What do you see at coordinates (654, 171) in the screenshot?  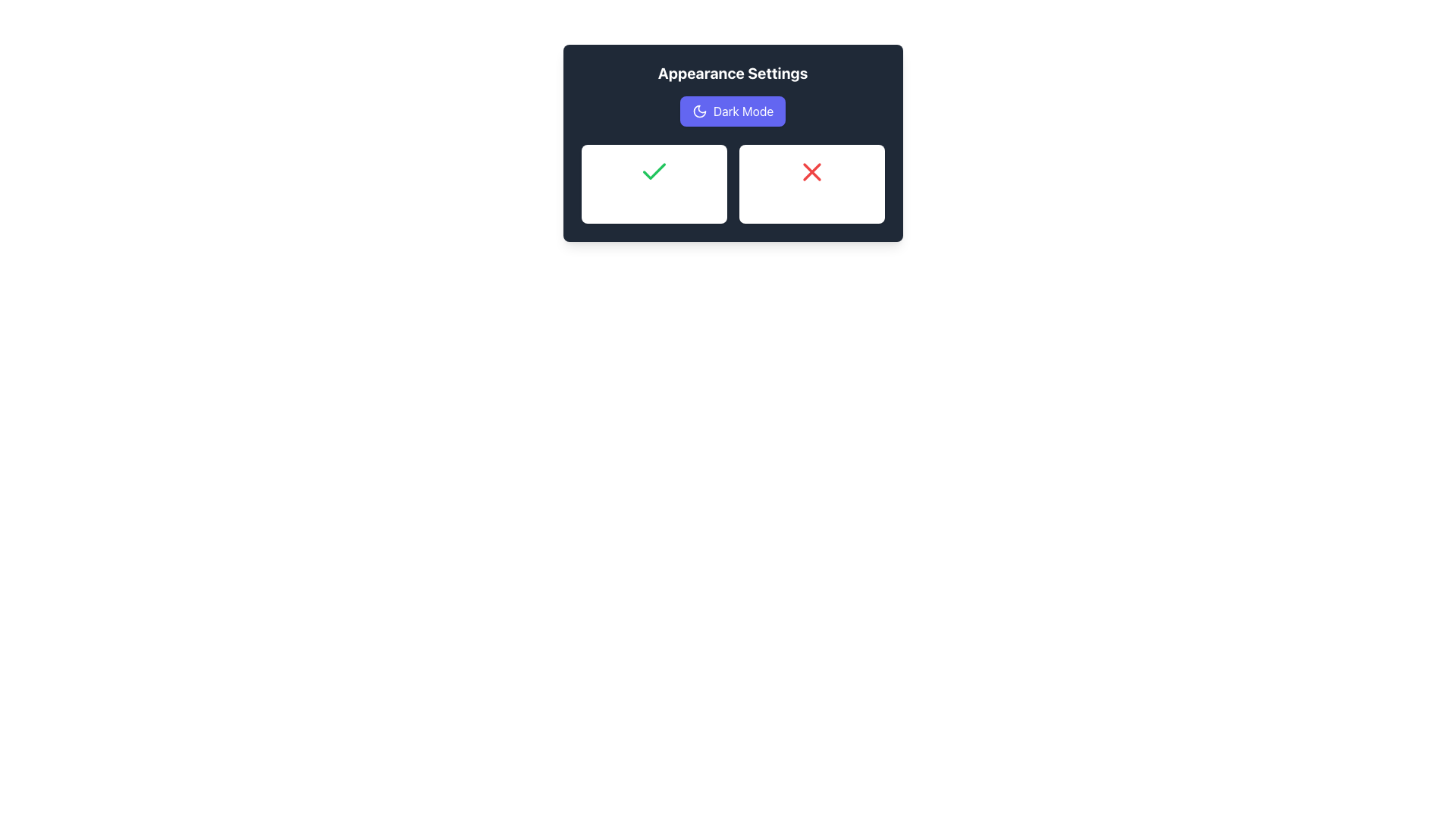 I see `the green checkmark icon under the 'Appearance Settings' heading` at bounding box center [654, 171].